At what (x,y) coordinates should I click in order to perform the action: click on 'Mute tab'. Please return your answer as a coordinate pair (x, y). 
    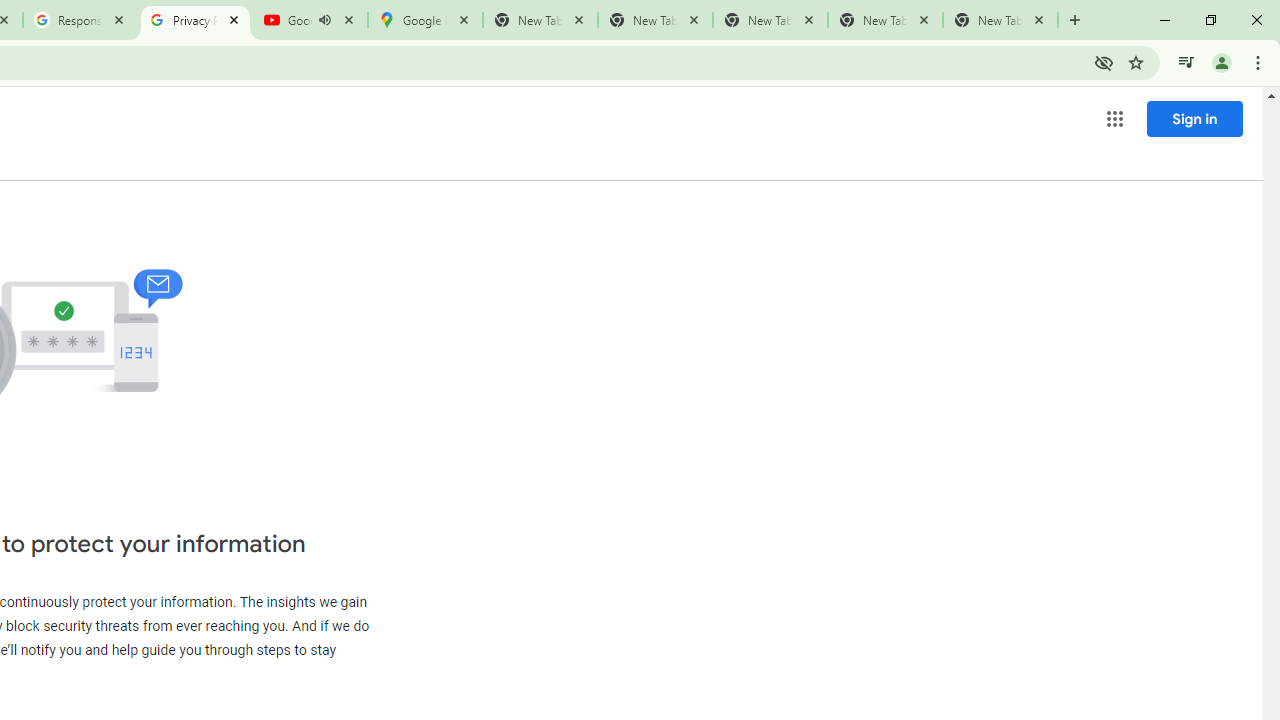
    Looking at the image, I should click on (325, 20).